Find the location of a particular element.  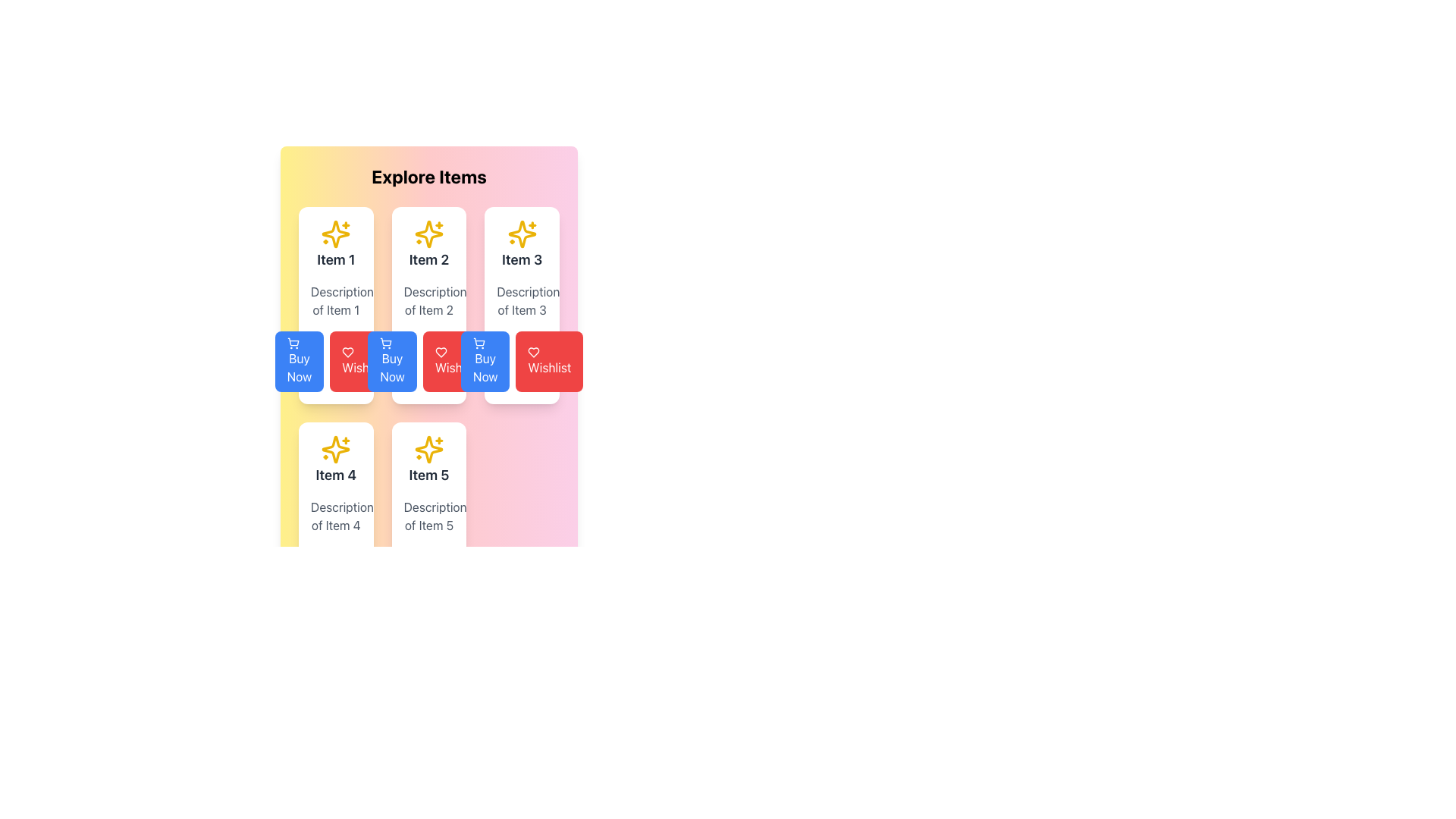

the red heart icon located in the third column of the 'Explore Items' grid, beneath 'Item 3 Description' and to the right of the 'Buy Now' button is located at coordinates (347, 353).